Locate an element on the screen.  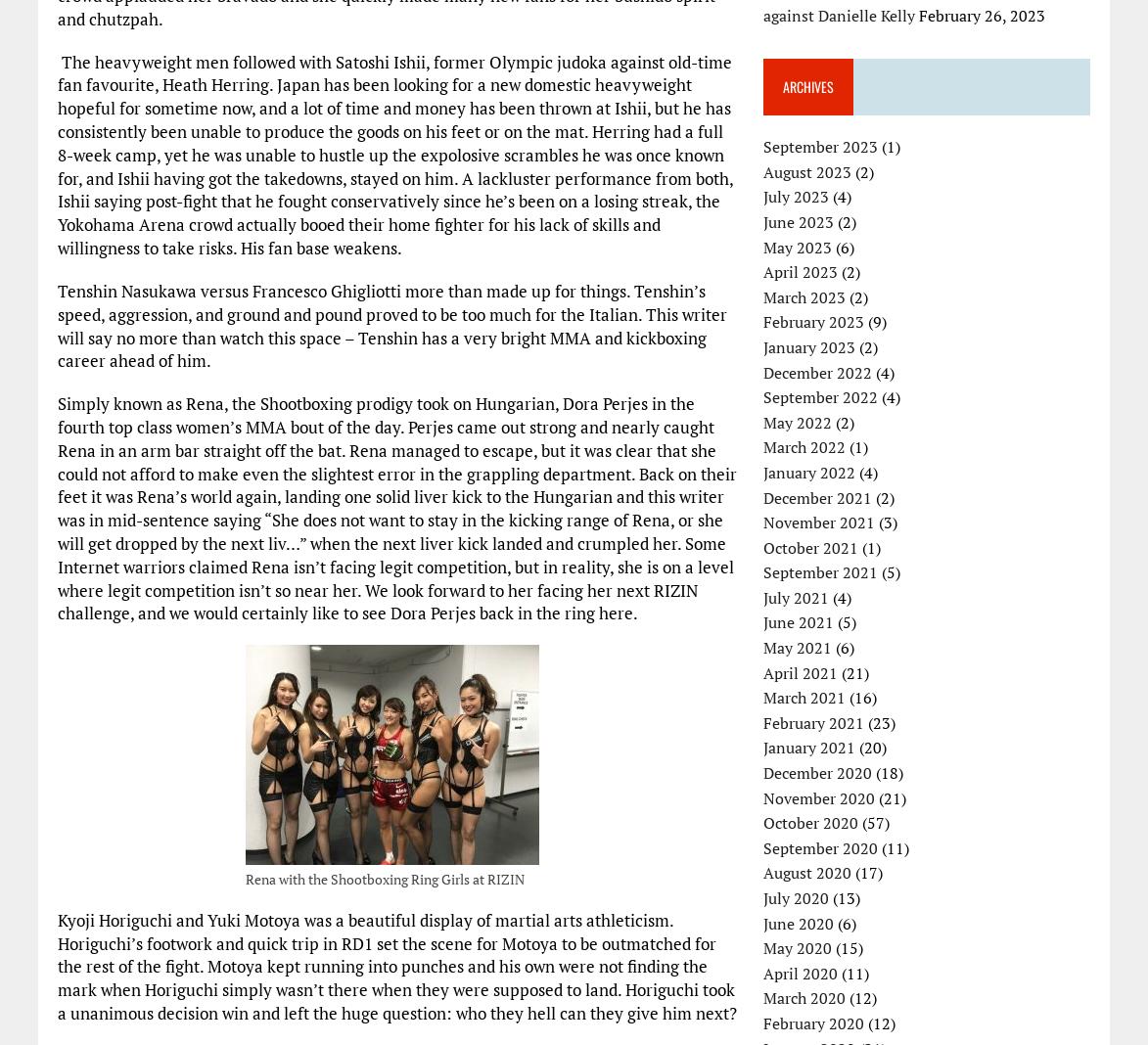
'May 2023' is located at coordinates (798, 247).